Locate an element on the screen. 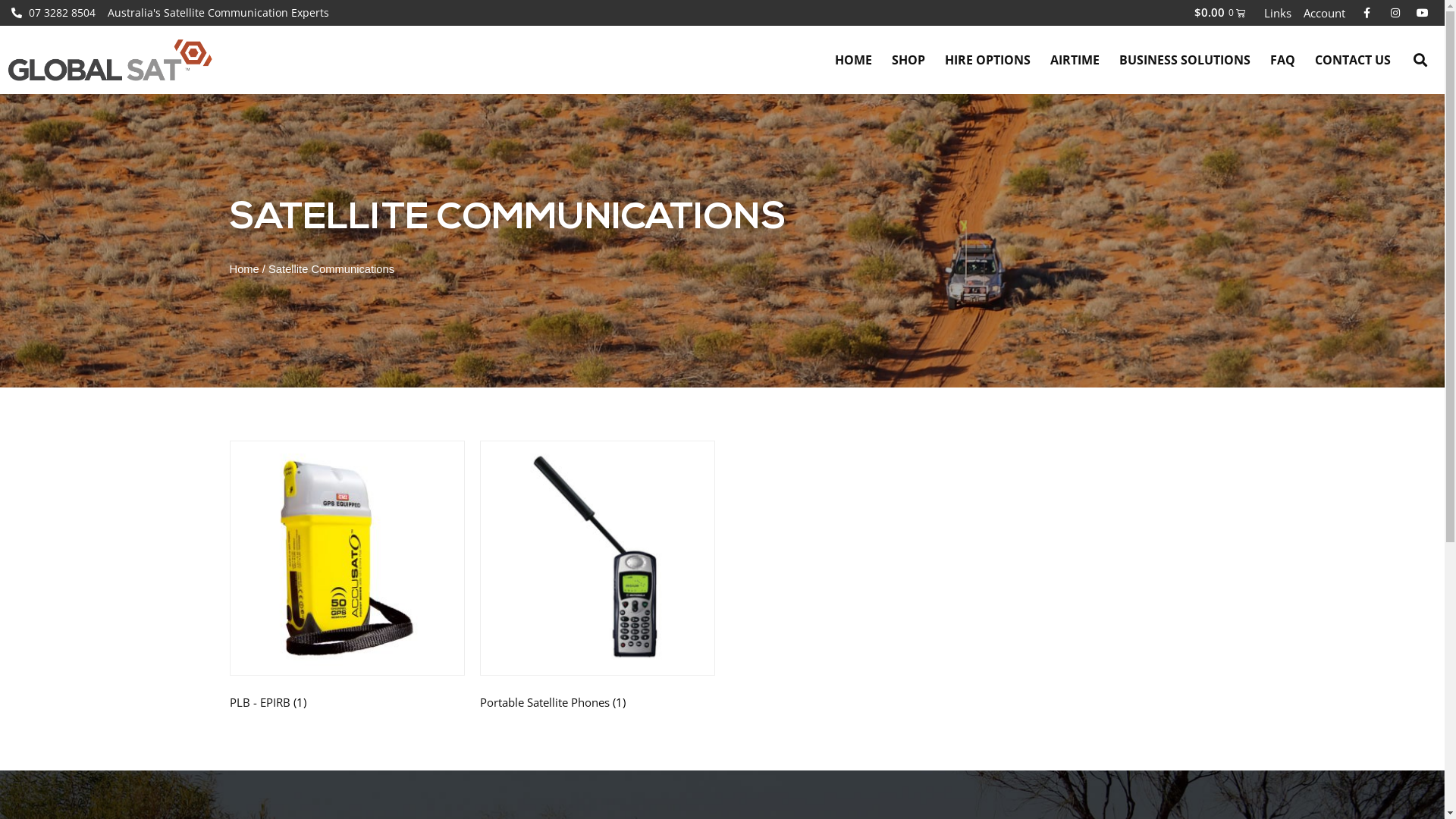  'HOME' is located at coordinates (853, 58).